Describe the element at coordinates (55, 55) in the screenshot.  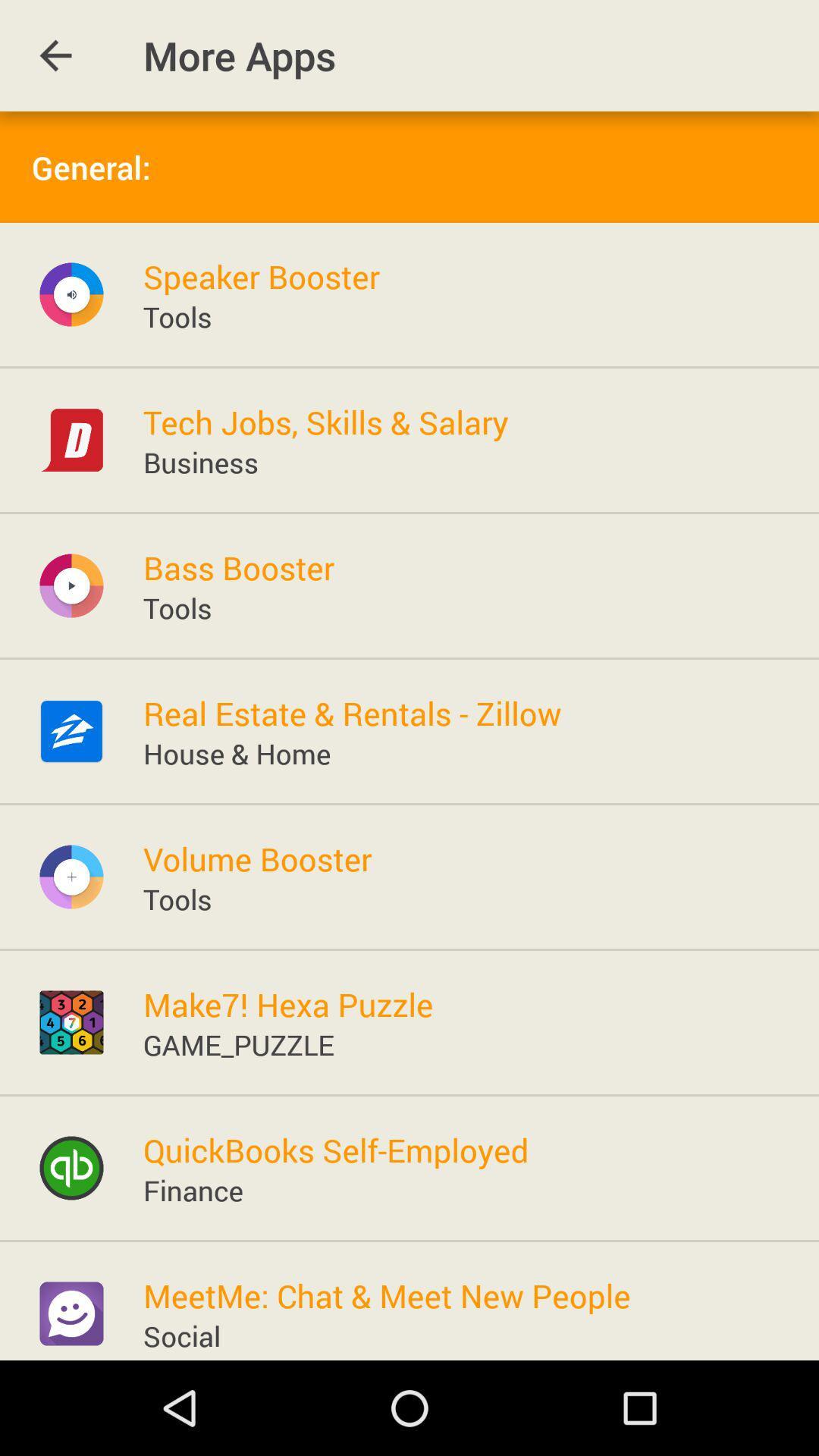
I see `icon above general:` at that location.